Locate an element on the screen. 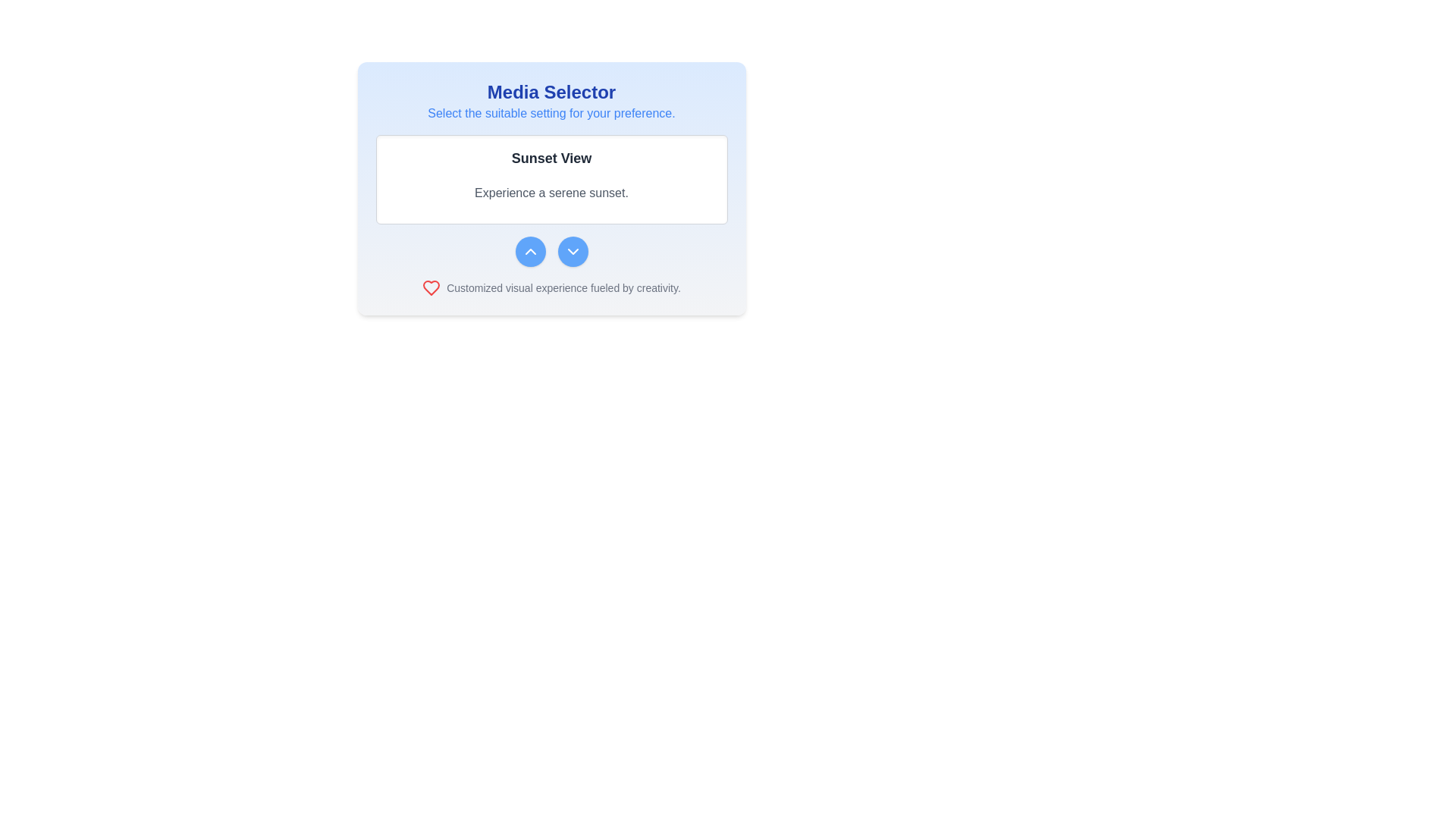 The width and height of the screenshot is (1456, 819). the text label displaying 'Select the suitable setting for your preference.' which is styled in blue font and located just under the 'Media Selector' header is located at coordinates (551, 113).